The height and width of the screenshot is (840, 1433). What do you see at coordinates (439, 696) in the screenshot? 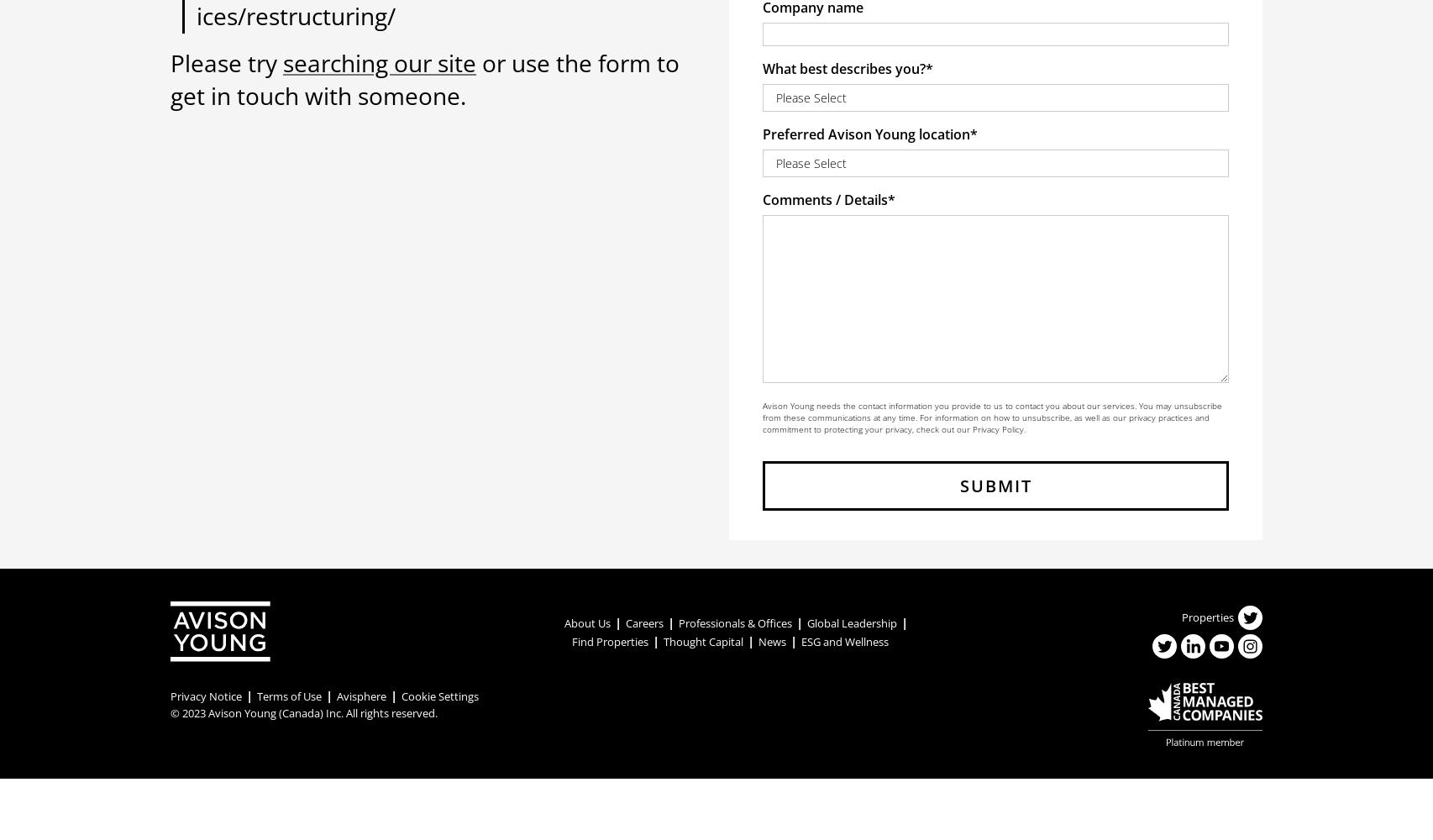
I see `'Cookie Settings'` at bounding box center [439, 696].